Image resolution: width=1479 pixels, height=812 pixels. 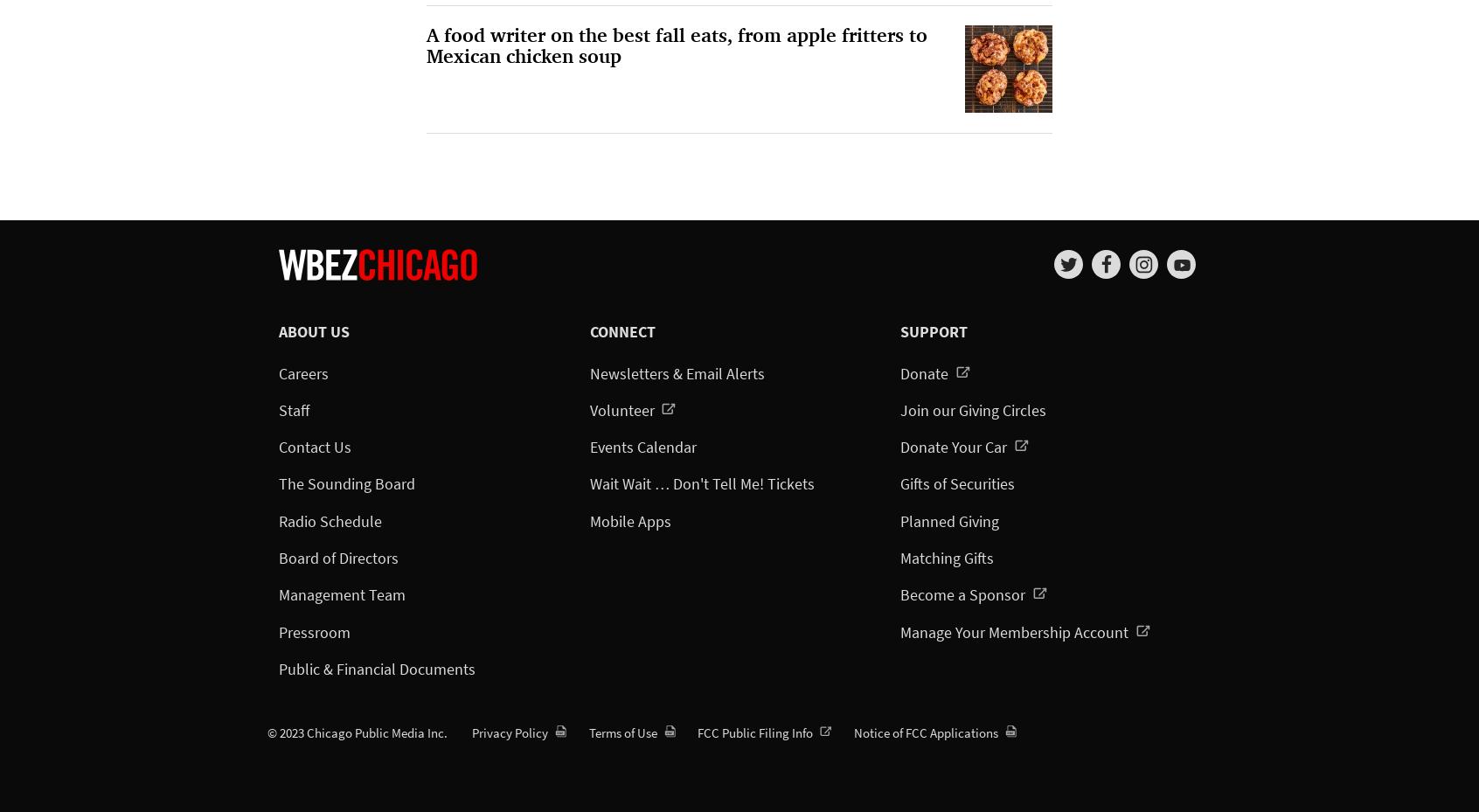 I want to click on 'Notice of FCC Applications', so click(x=927, y=732).